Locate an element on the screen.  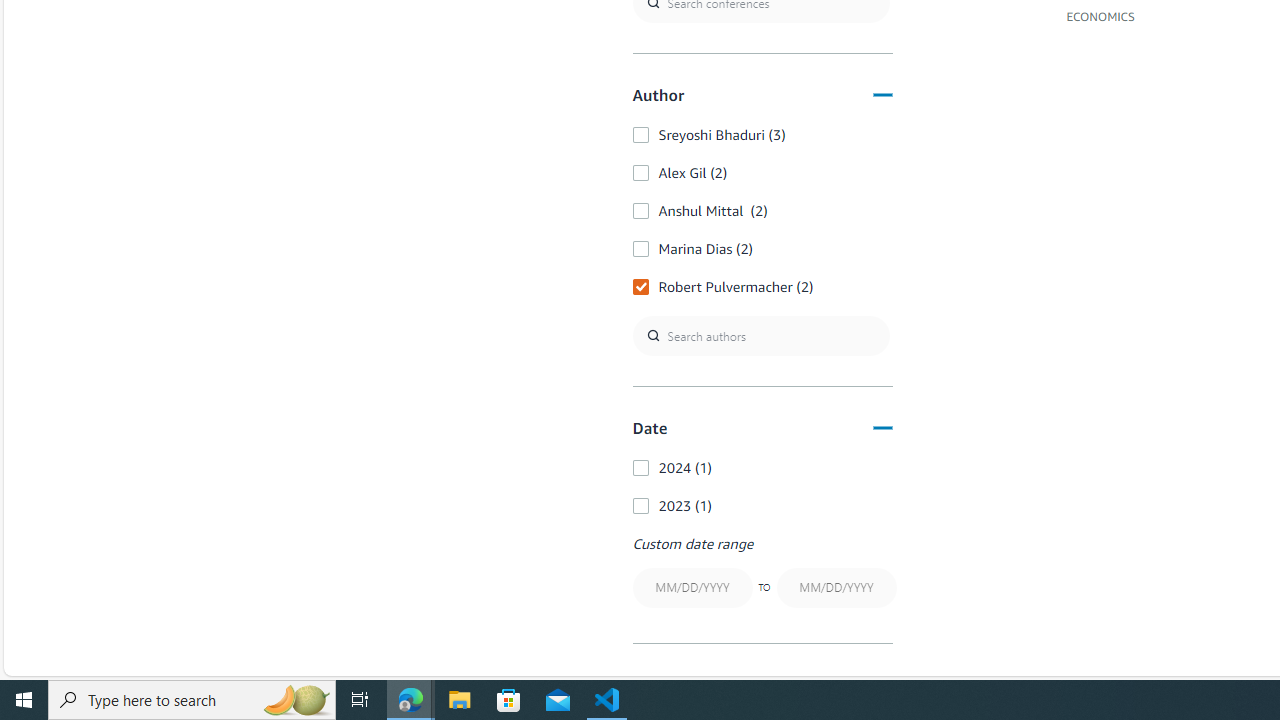
'ECONOMICS' is located at coordinates (1099, 15).